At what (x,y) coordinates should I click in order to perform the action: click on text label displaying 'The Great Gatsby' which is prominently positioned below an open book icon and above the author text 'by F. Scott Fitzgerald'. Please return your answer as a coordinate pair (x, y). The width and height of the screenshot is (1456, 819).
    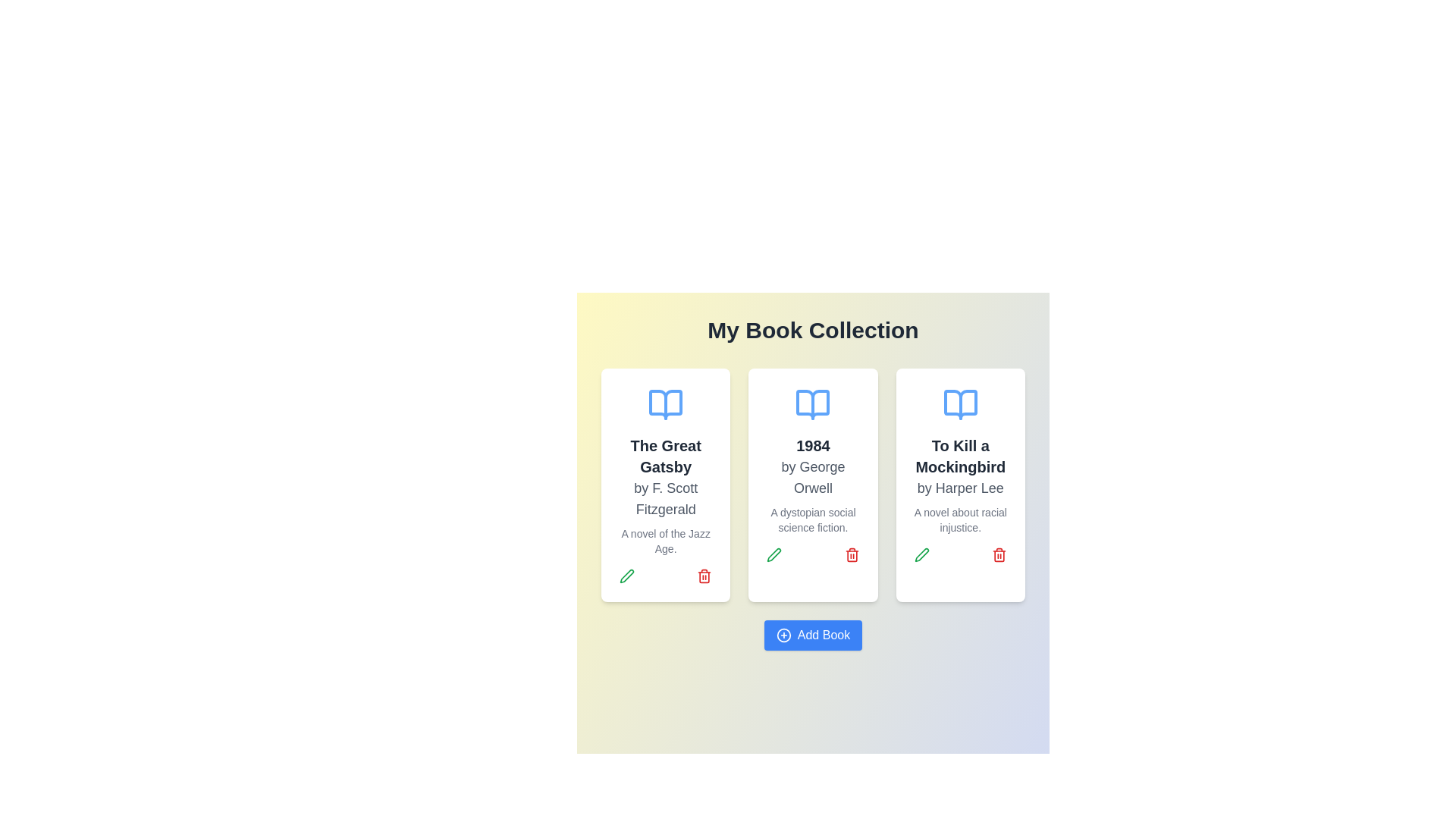
    Looking at the image, I should click on (666, 455).